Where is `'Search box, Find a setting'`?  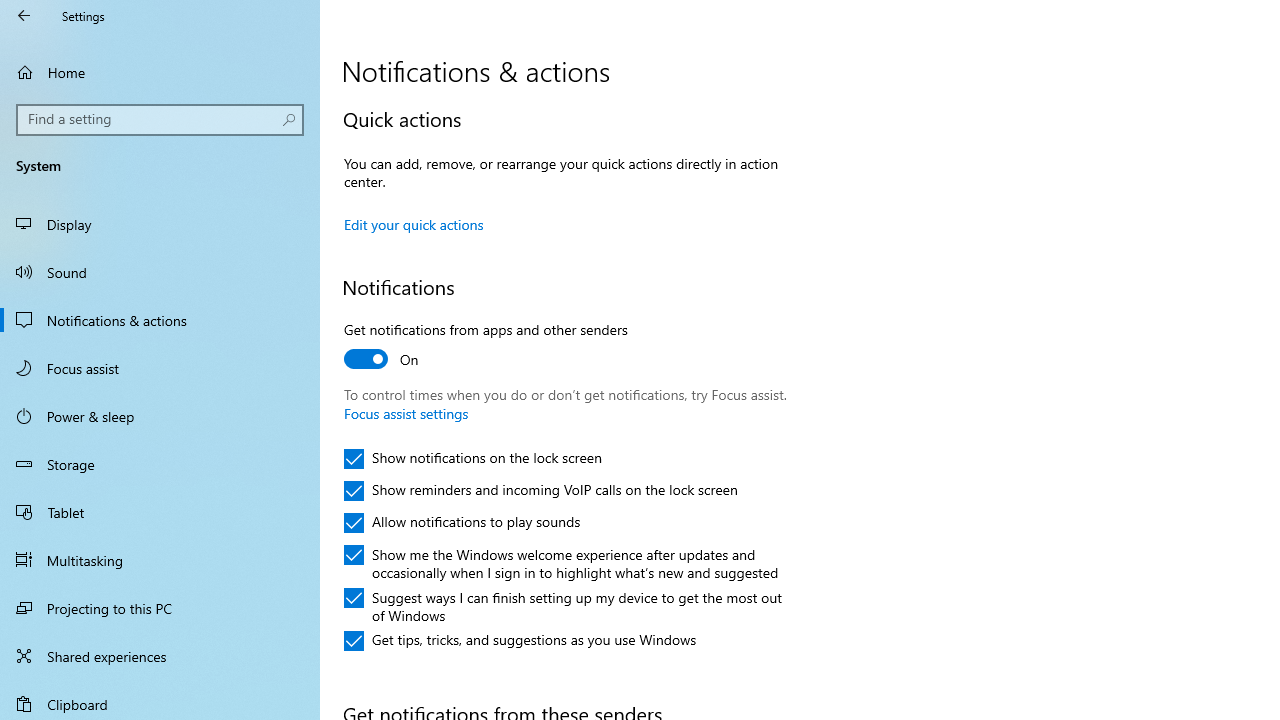 'Search box, Find a setting' is located at coordinates (160, 119).